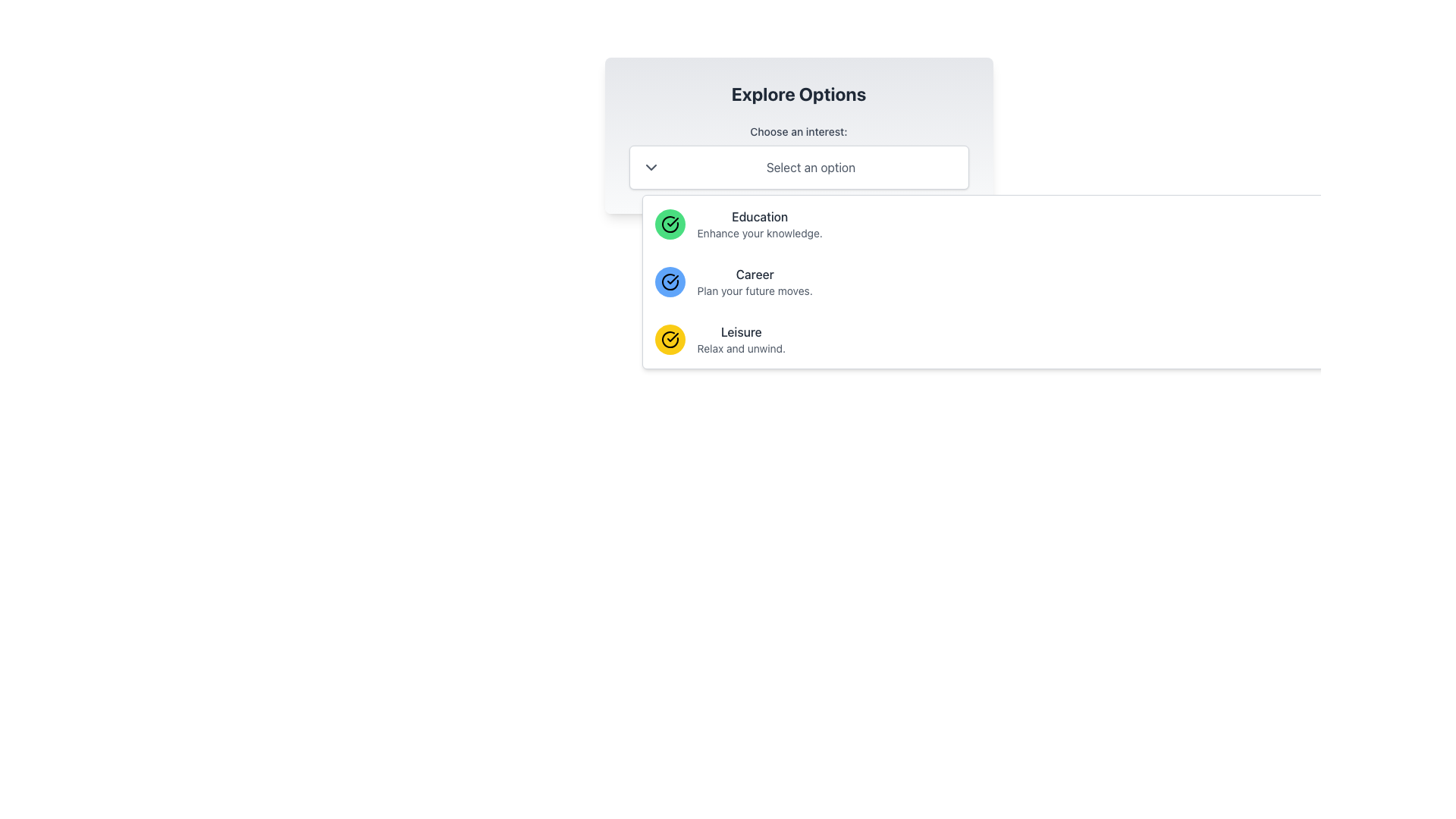 This screenshot has width=1456, height=819. Describe the element at coordinates (760, 234) in the screenshot. I see `the text label that reads 'Enhance your knowledge.' which is styled in a smaller font-size and lighter gray color, located directly below the header text 'Education'` at that location.